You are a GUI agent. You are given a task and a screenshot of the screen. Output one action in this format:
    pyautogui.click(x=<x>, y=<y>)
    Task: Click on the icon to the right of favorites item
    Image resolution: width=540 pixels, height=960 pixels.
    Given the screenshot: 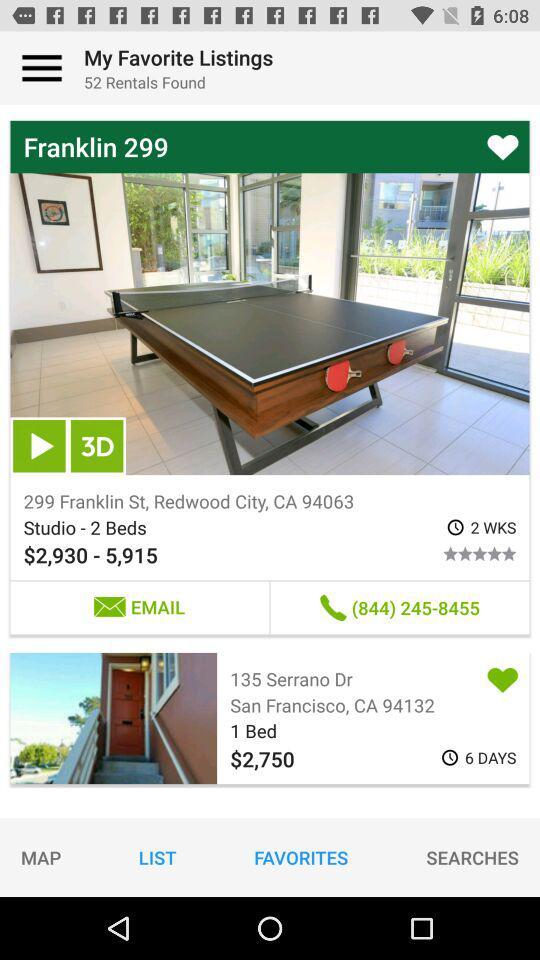 What is the action you would take?
    pyautogui.click(x=472, y=856)
    